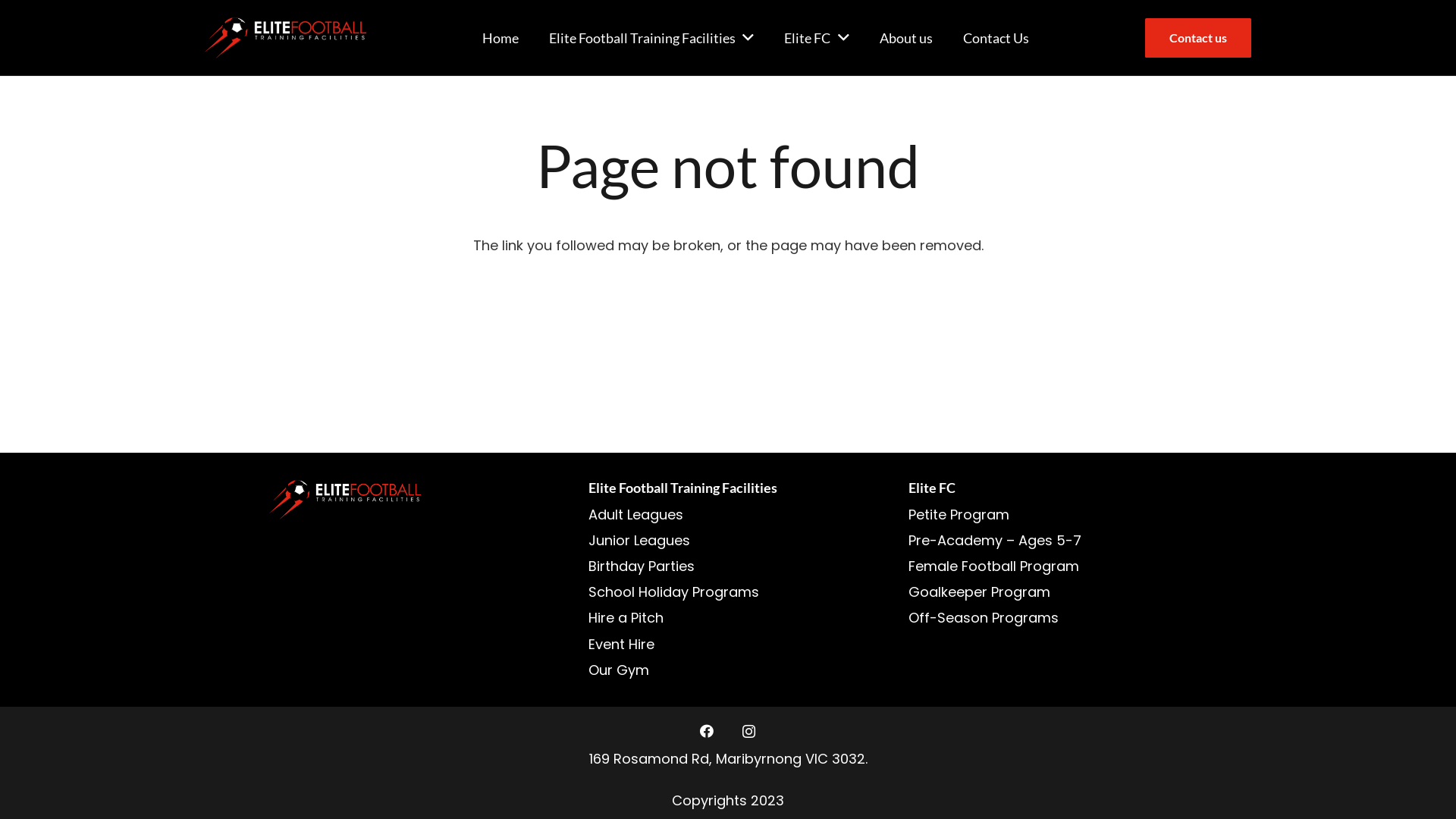 The width and height of the screenshot is (1456, 819). Describe the element at coordinates (908, 617) in the screenshot. I see `'Off-Season Programs'` at that location.